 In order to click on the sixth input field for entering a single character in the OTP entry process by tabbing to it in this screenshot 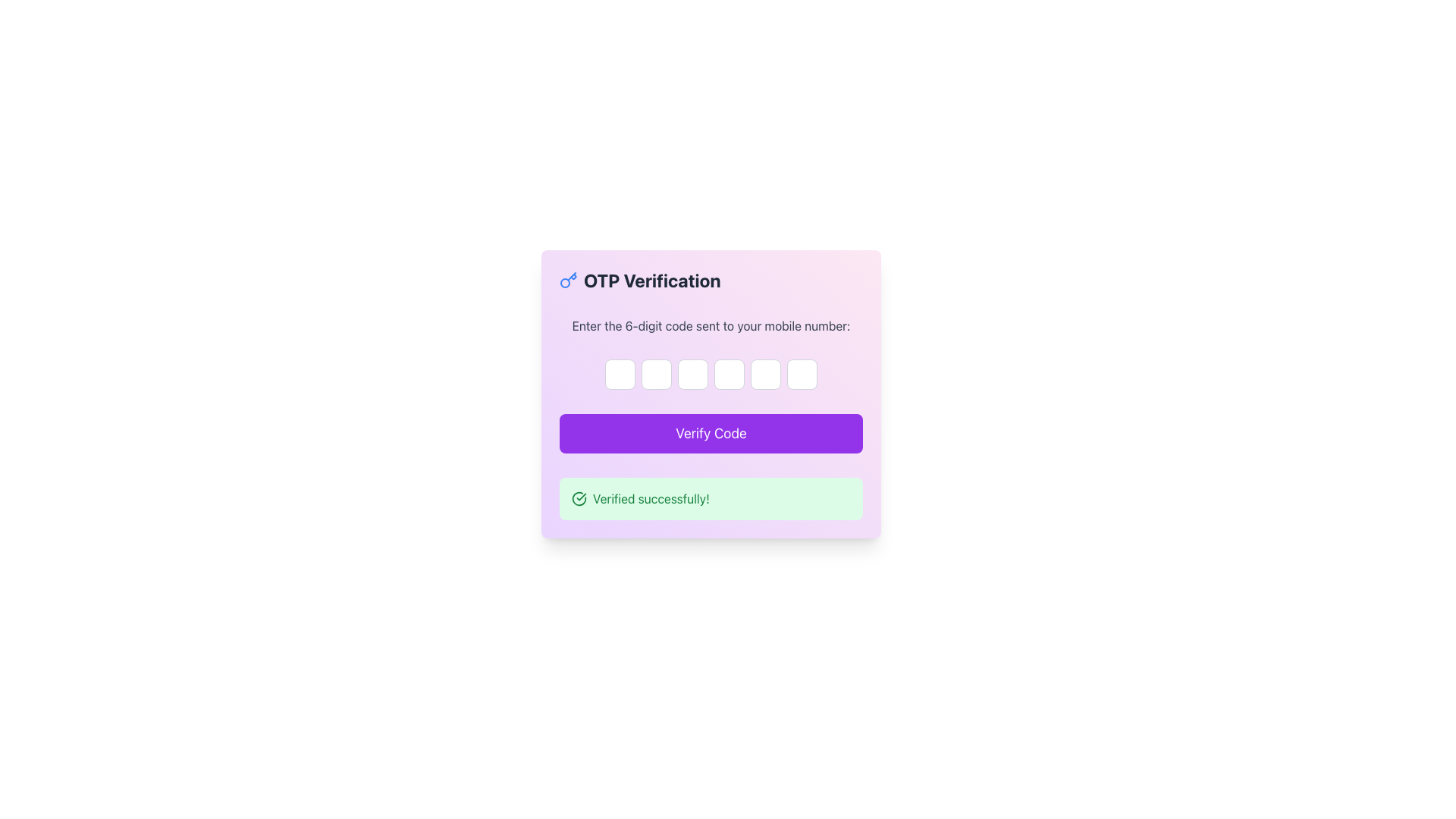, I will do `click(801, 374)`.